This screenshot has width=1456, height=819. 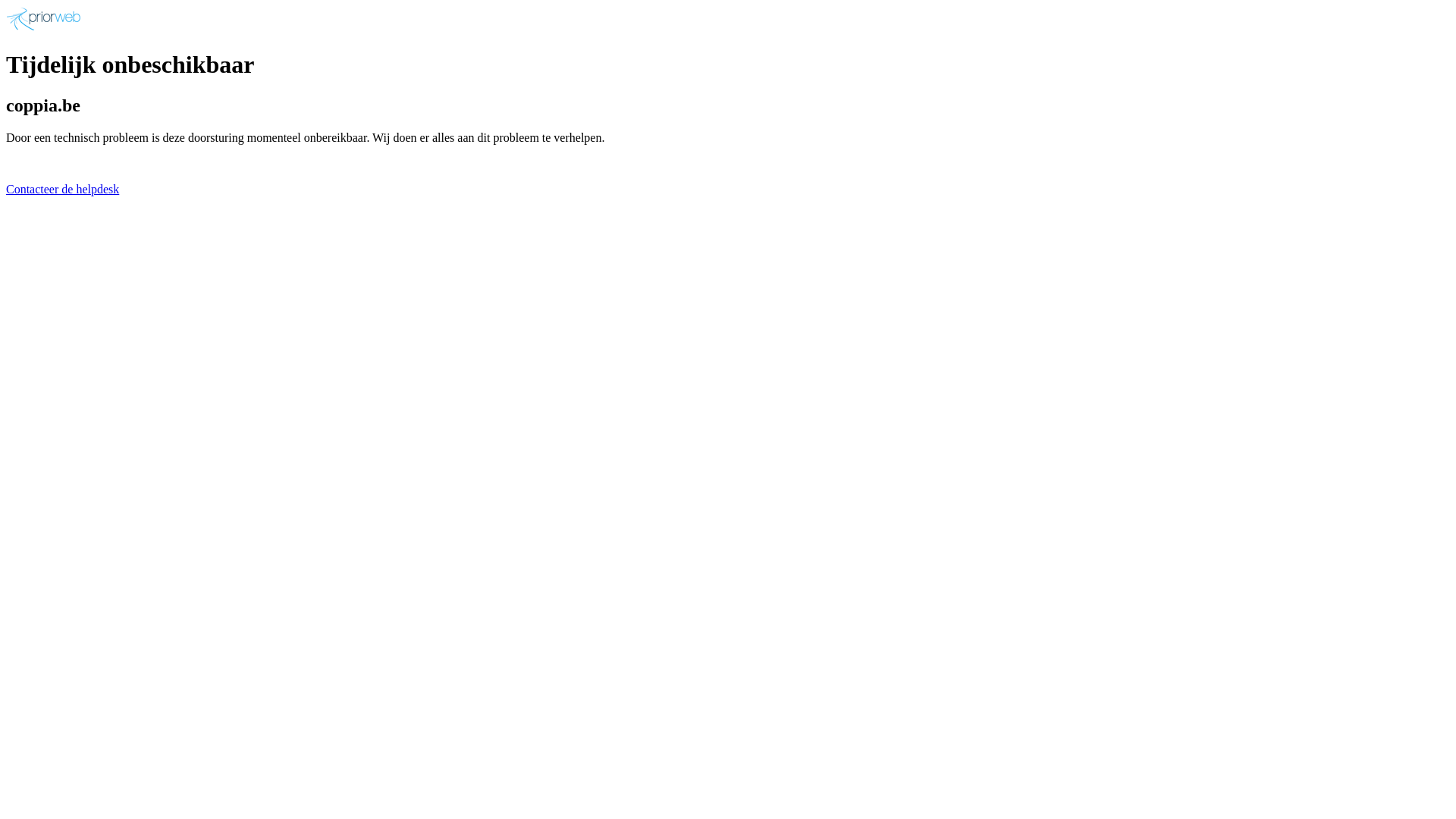 I want to click on 'Contacteer de helpdesk', so click(x=61, y=188).